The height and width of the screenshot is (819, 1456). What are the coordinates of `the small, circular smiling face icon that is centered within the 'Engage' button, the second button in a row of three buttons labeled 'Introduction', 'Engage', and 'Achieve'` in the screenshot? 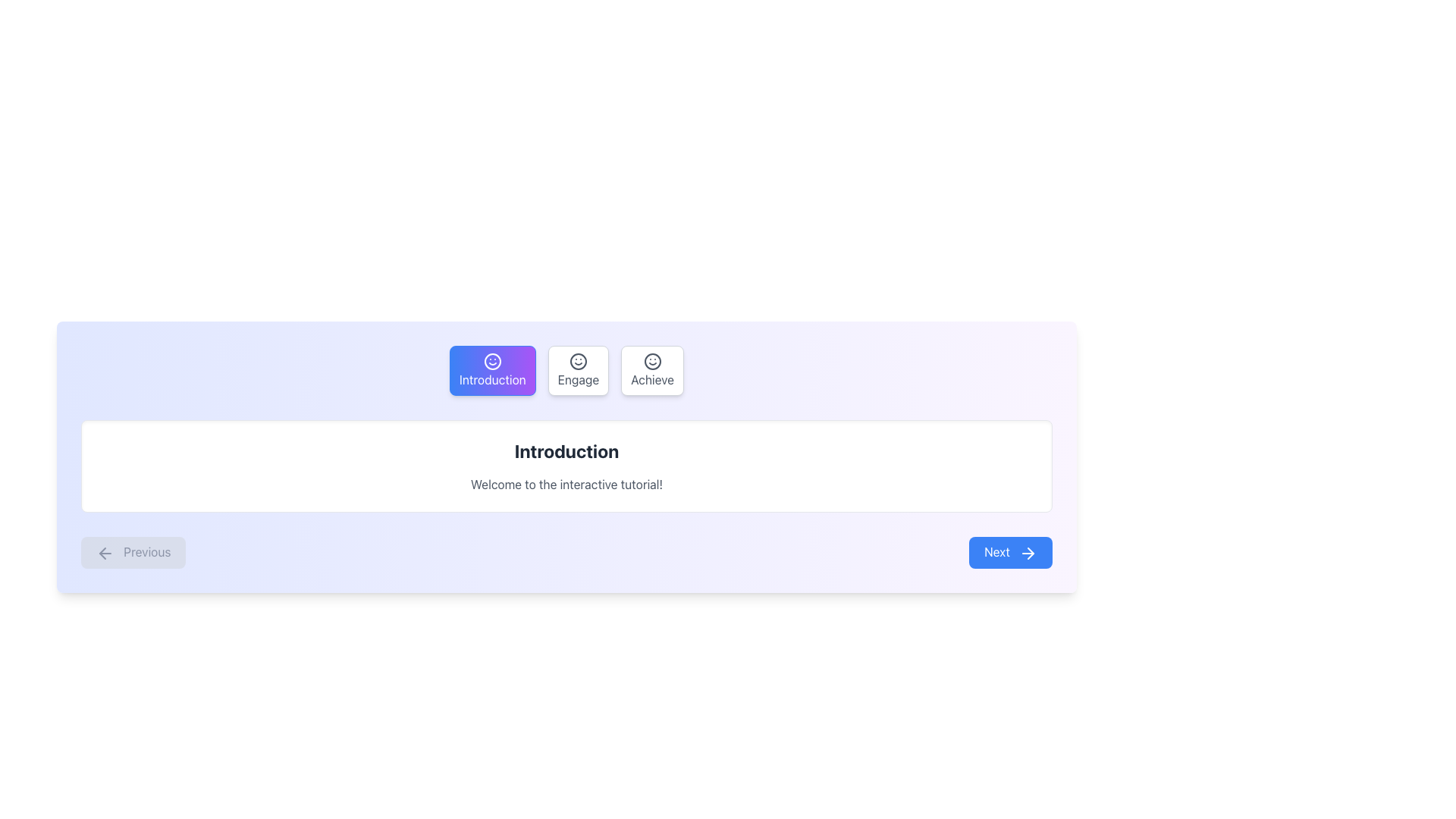 It's located at (578, 362).